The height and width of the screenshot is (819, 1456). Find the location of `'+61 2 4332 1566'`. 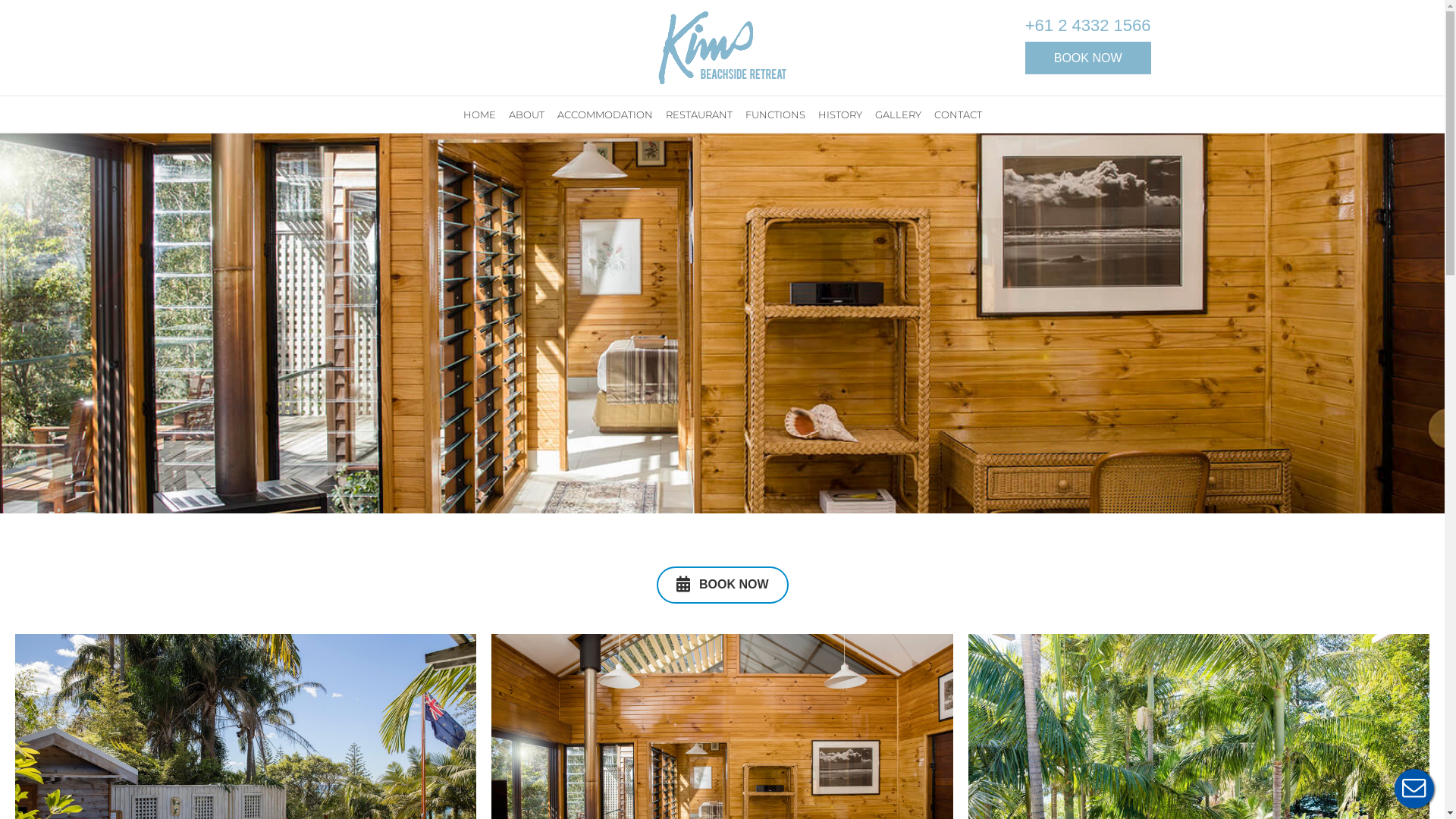

'+61 2 4332 1566' is located at coordinates (1087, 26).